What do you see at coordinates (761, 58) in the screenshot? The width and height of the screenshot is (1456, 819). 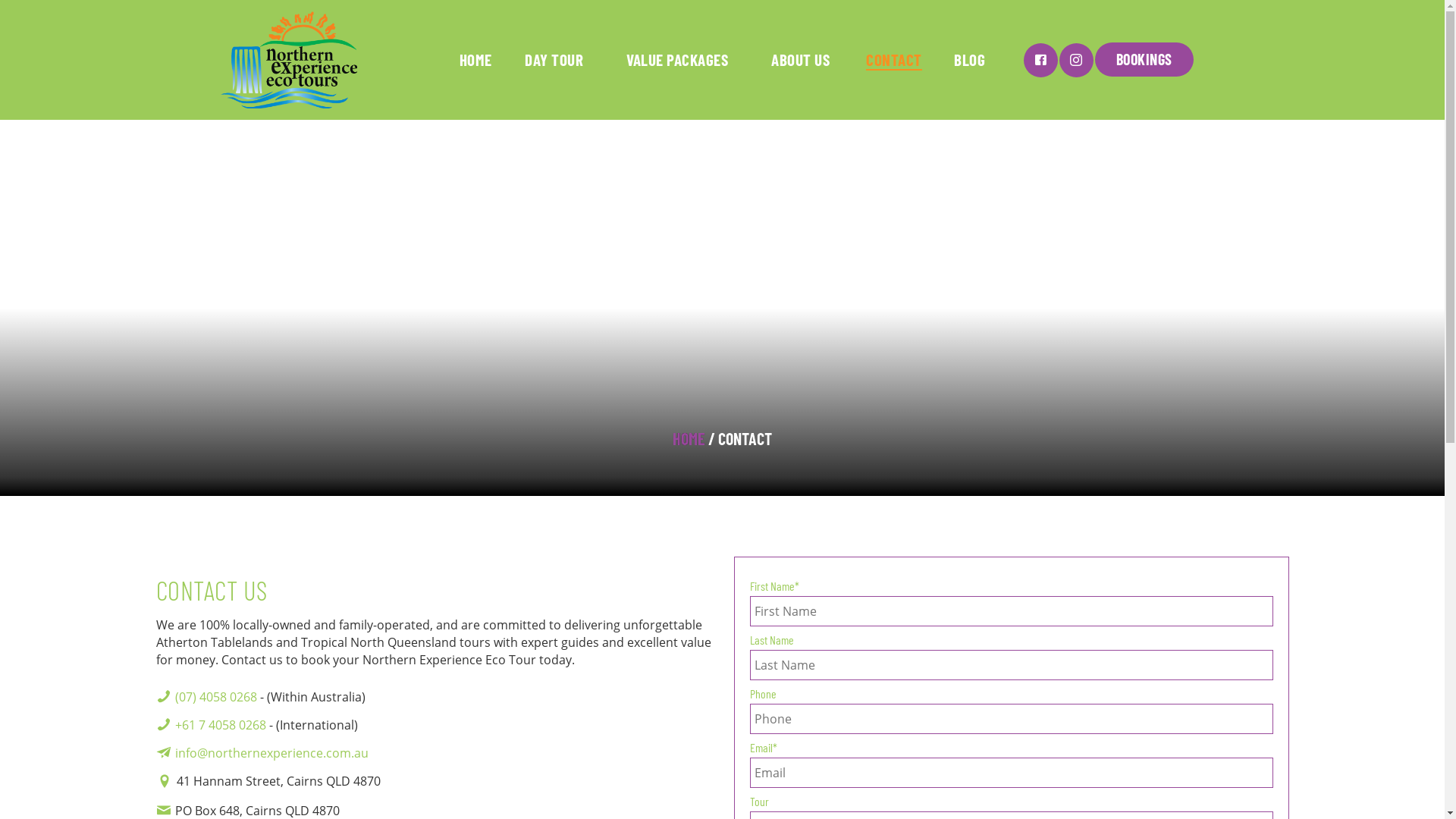 I see `'ABOUT US'` at bounding box center [761, 58].